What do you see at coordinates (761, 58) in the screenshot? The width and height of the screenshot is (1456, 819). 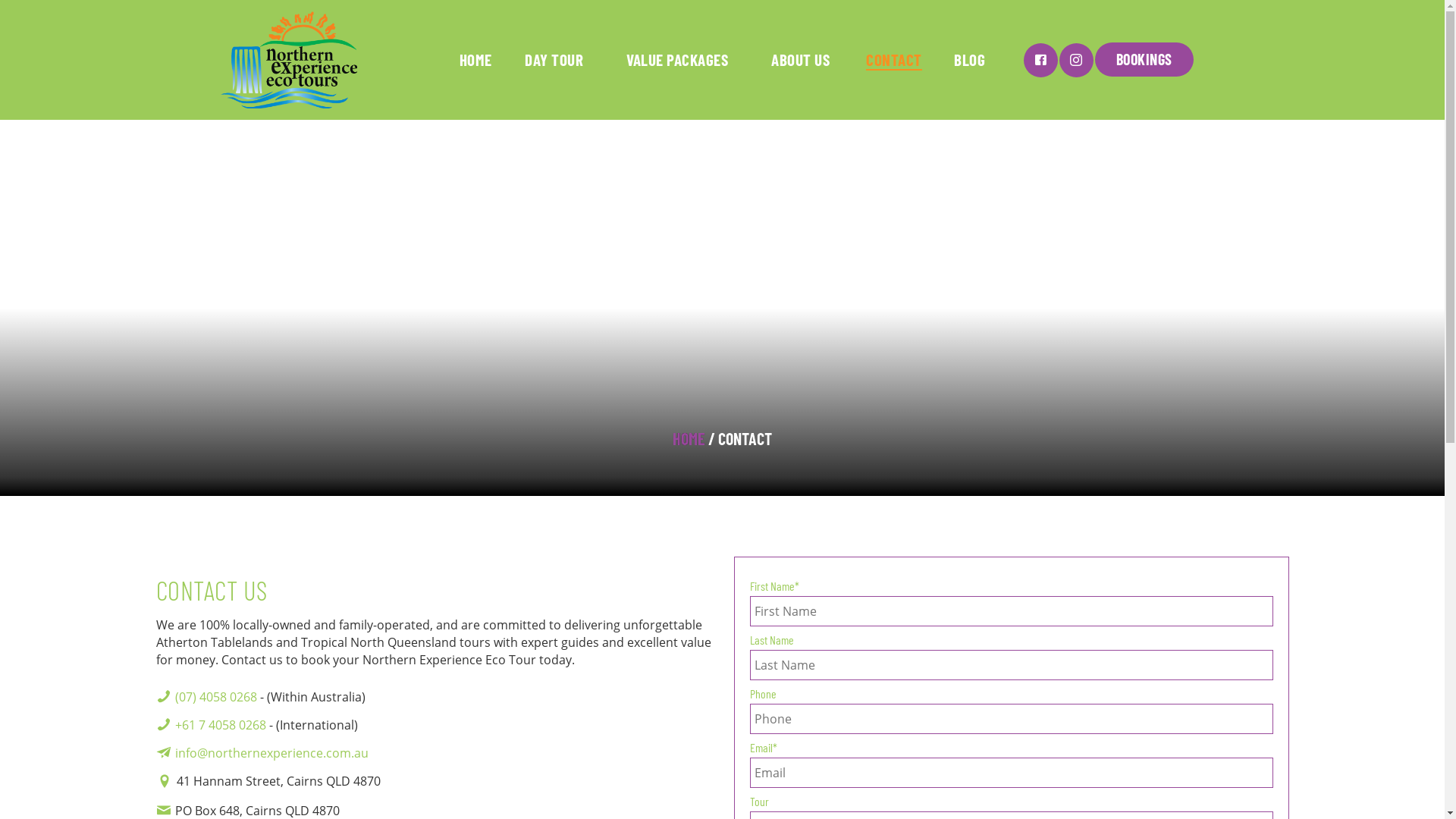 I see `'ABOUT US'` at bounding box center [761, 58].